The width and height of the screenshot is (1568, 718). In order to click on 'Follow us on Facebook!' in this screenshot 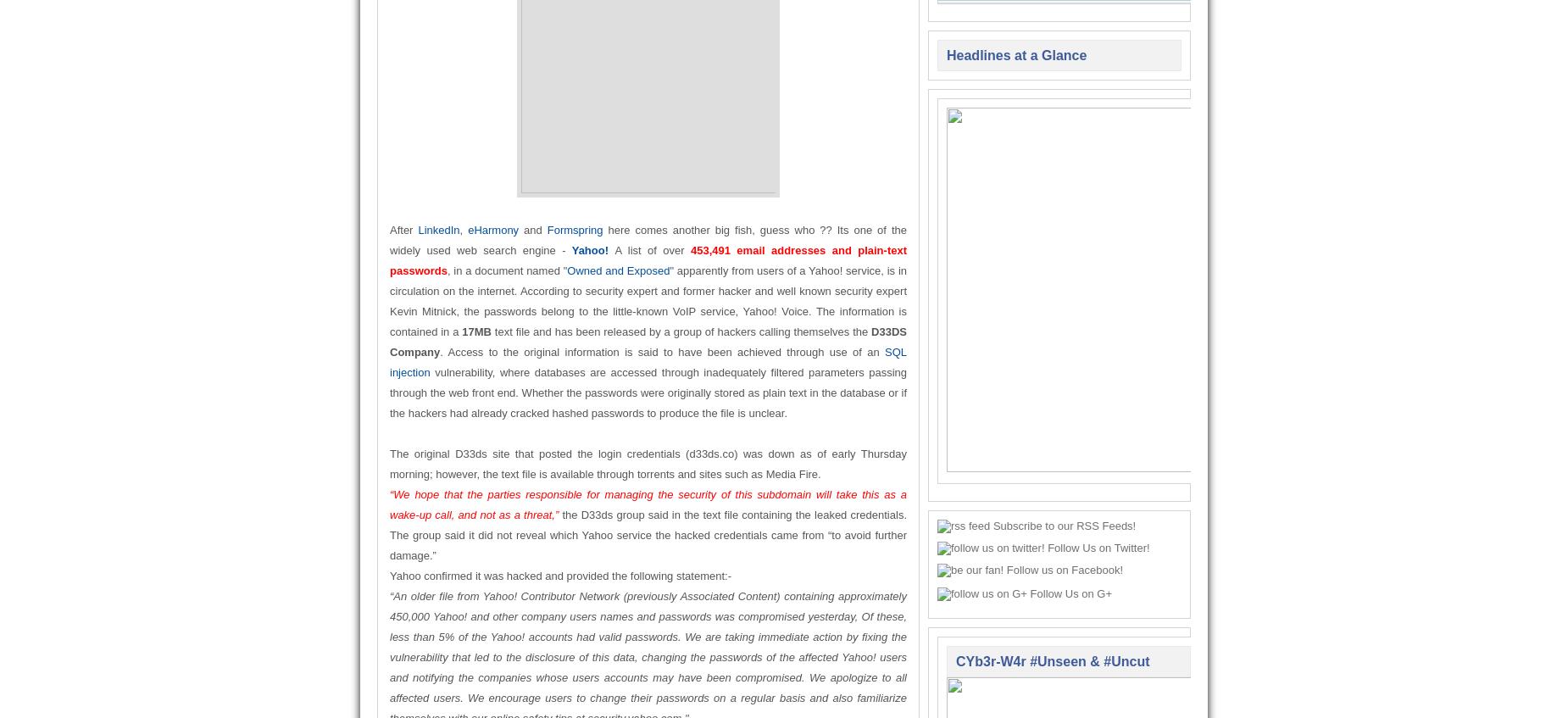, I will do `click(1063, 570)`.